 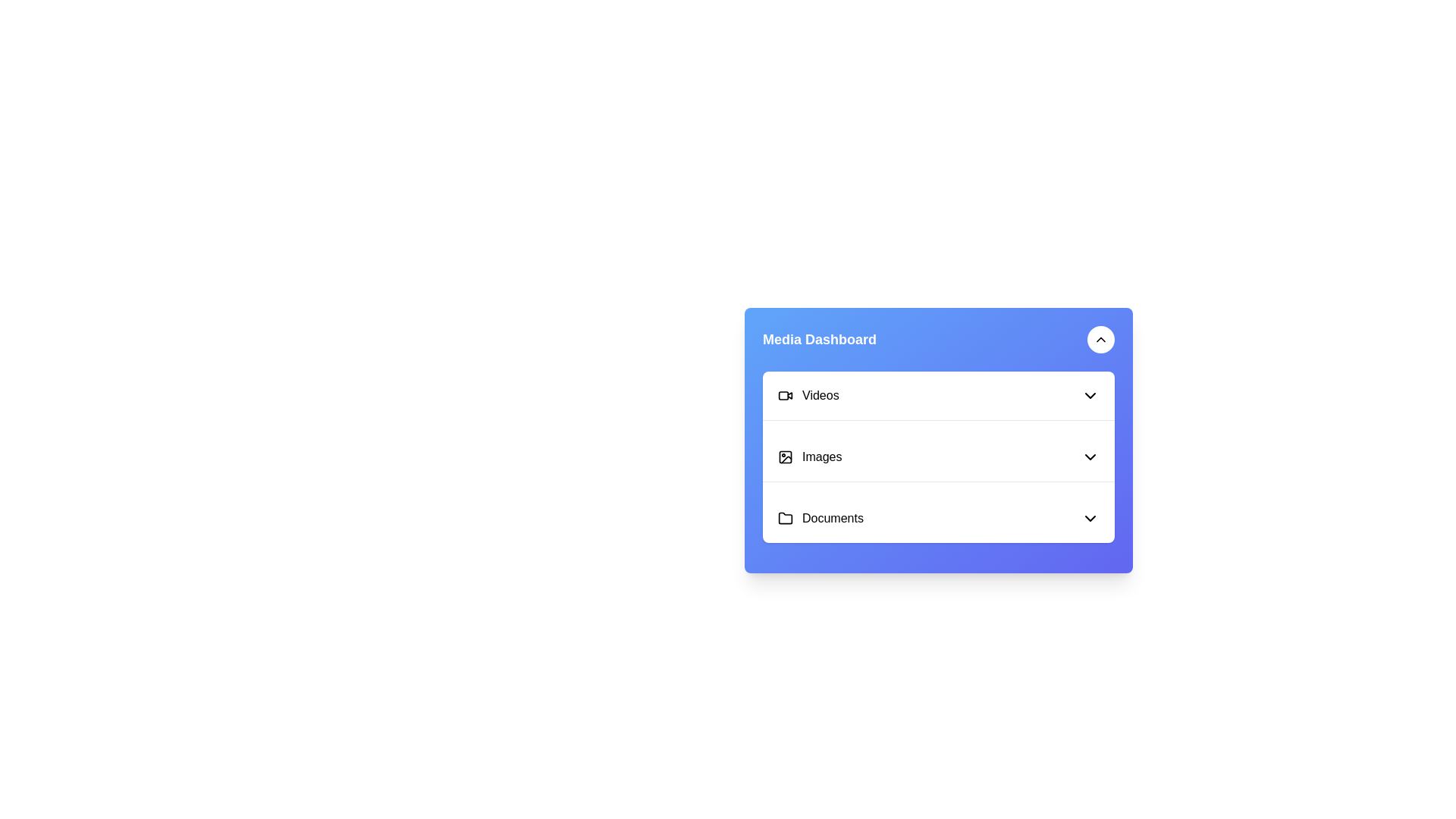 What do you see at coordinates (938, 394) in the screenshot?
I see `the 'Videos' dropdown list item with an expandable toggle located under the 'Media Dashboard' title` at bounding box center [938, 394].